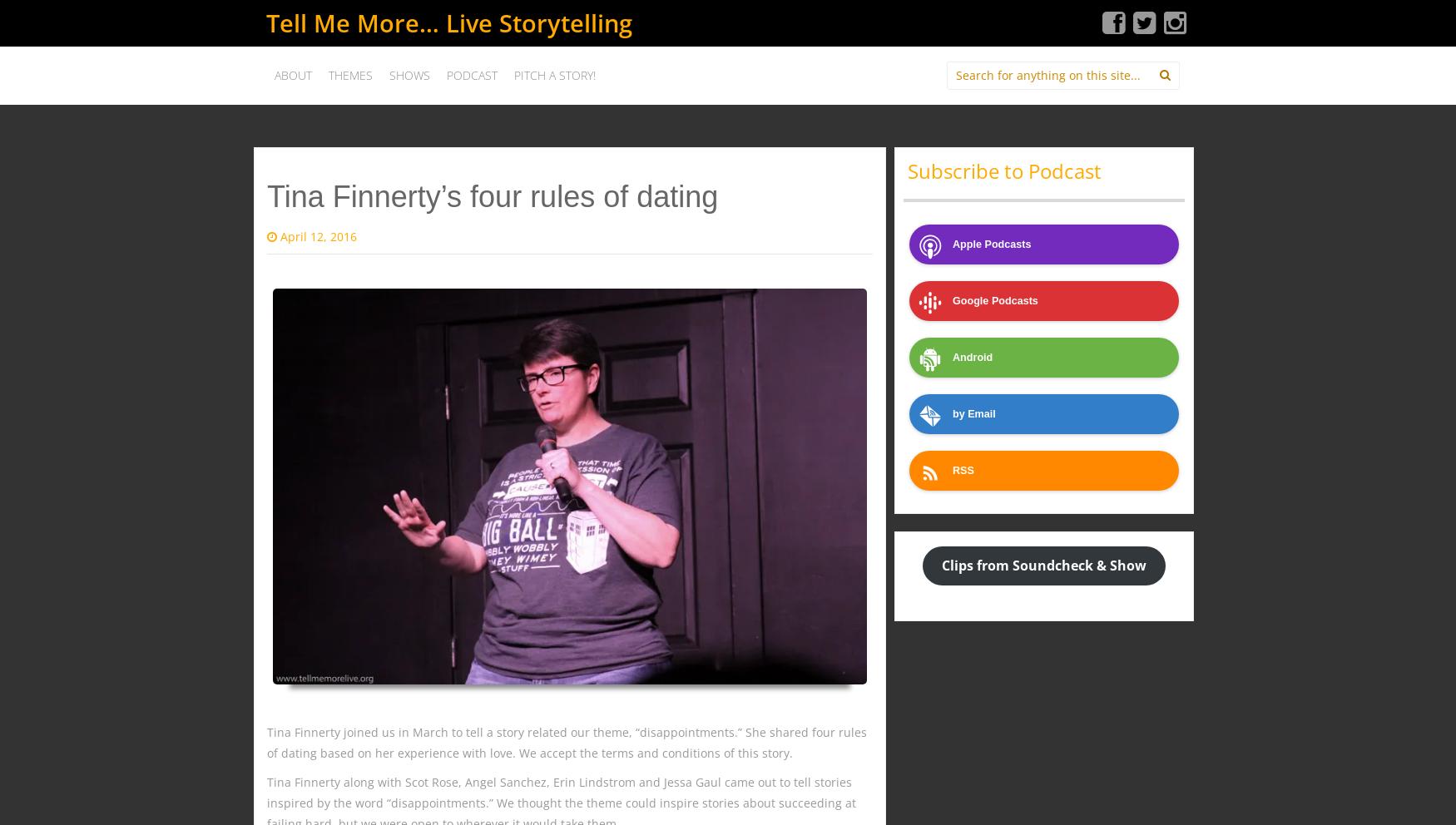  I want to click on 'by Email', so click(973, 412).